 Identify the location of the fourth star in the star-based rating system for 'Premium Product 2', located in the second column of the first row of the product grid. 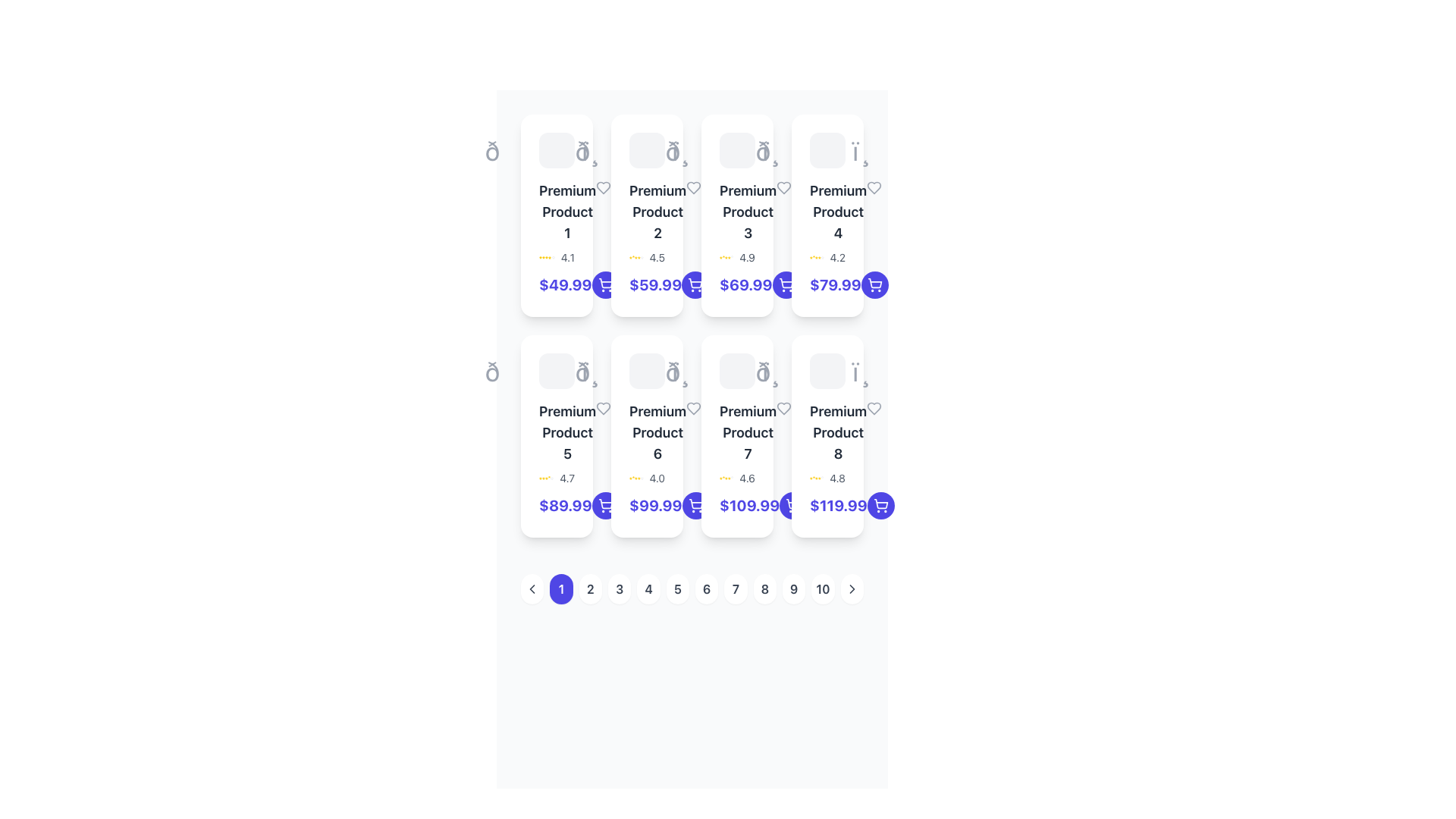
(636, 256).